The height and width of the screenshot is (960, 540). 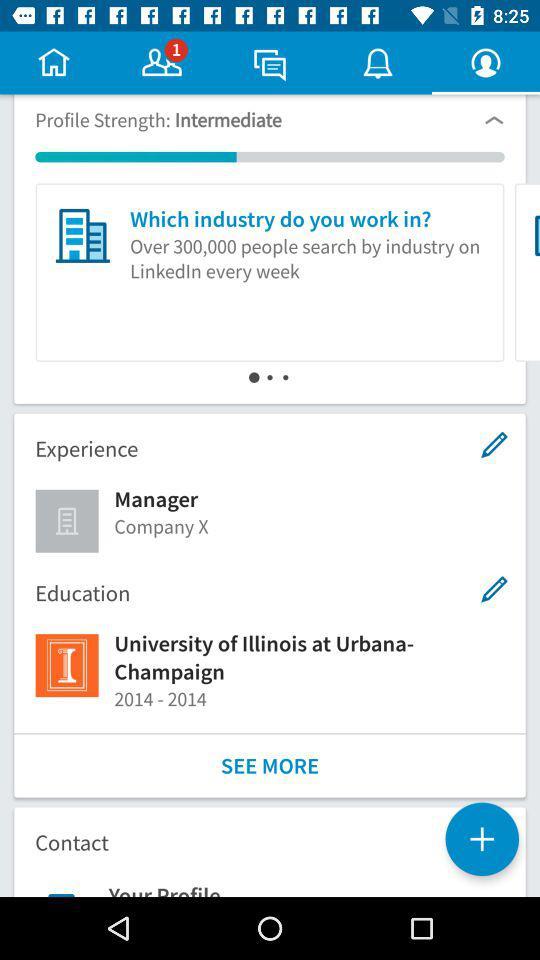 I want to click on the add icon, so click(x=481, y=839).